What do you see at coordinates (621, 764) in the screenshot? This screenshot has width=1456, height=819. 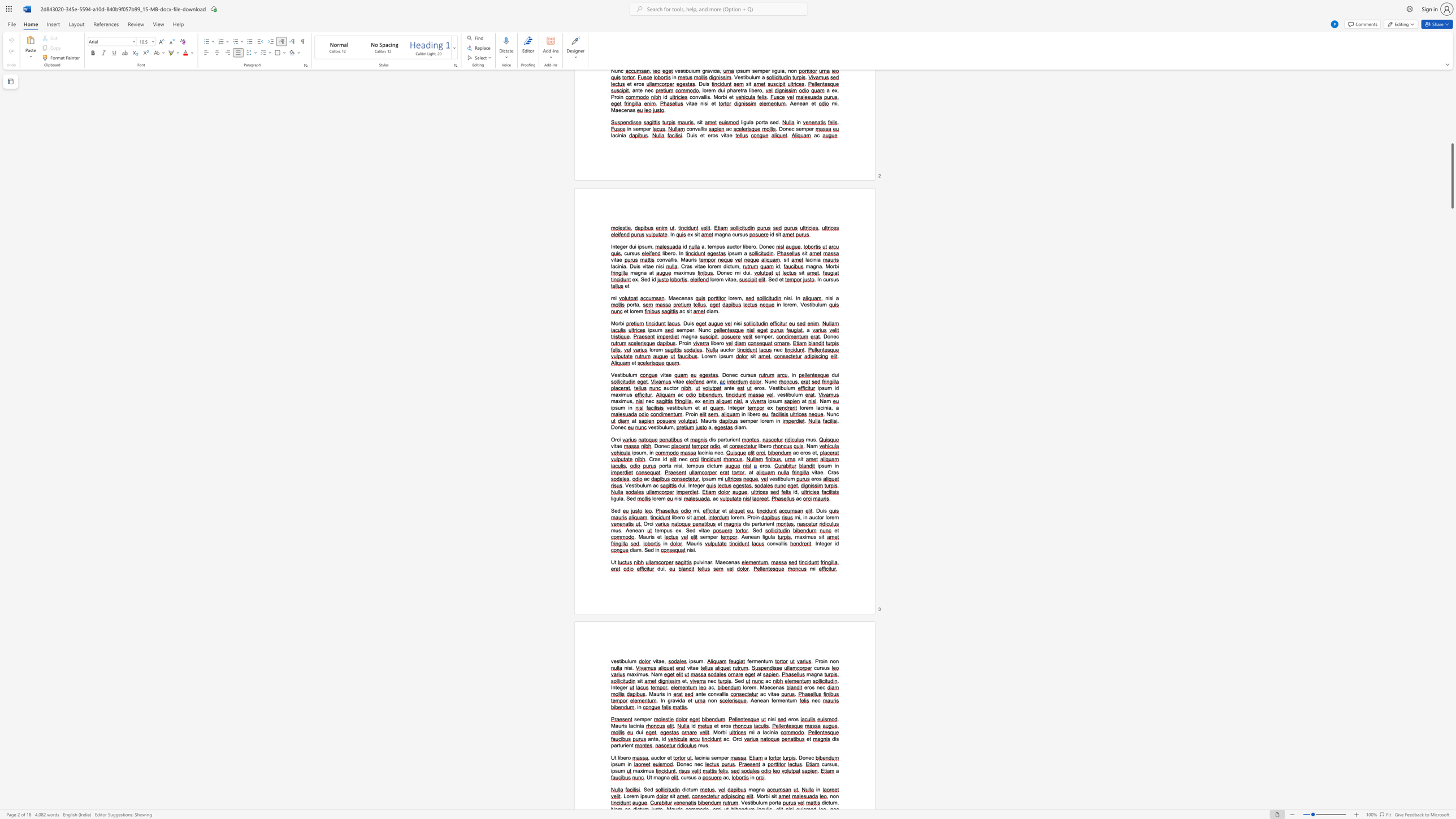 I see `the space between the continuous character "u" and "m" in the text` at bounding box center [621, 764].